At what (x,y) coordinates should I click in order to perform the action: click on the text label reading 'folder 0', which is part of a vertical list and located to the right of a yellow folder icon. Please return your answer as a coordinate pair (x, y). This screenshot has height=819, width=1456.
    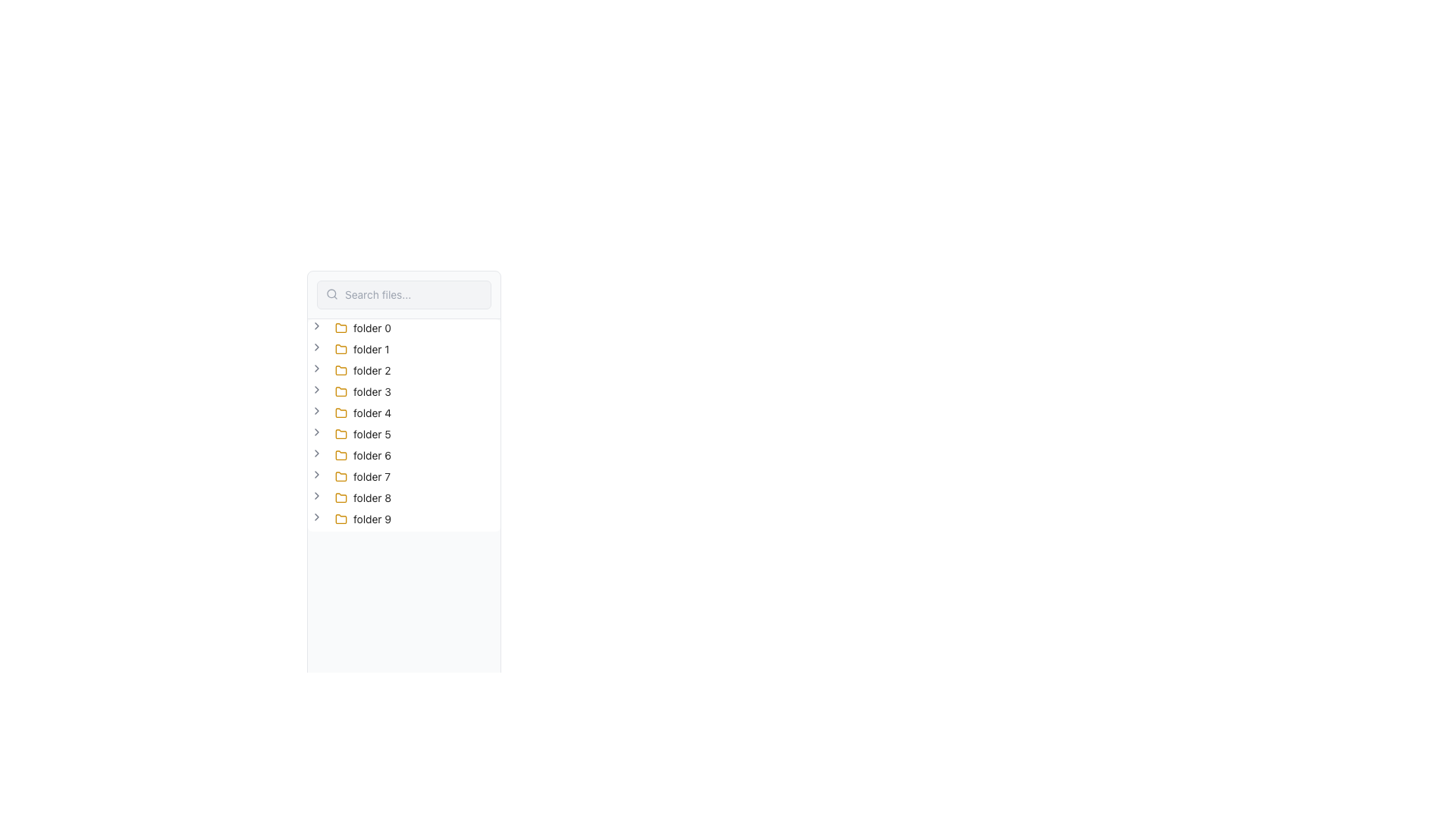
    Looking at the image, I should click on (372, 327).